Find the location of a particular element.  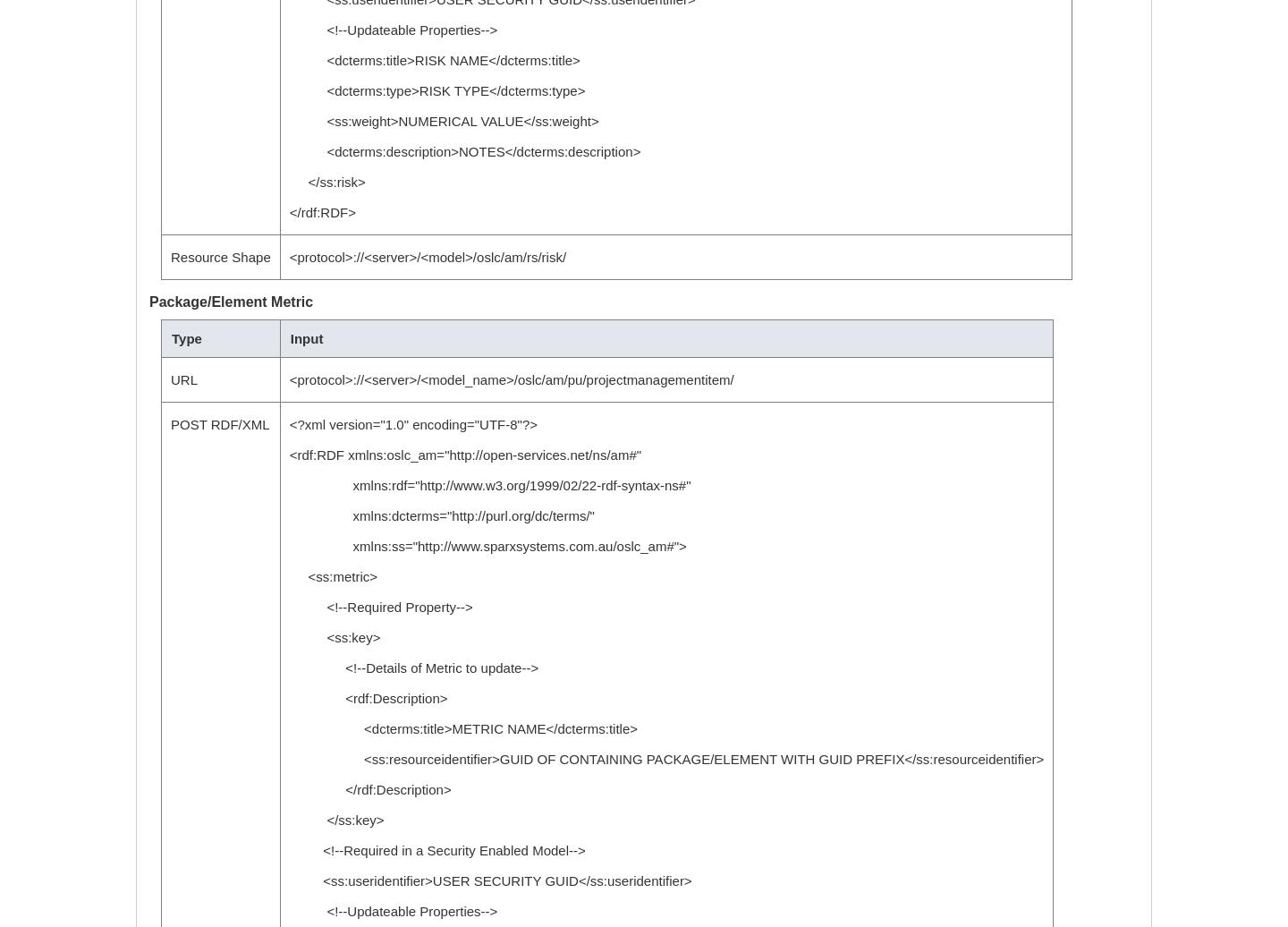

'xmlns:ss="http://www.sparxsystems.com.au/oslc_am#">' is located at coordinates (288, 546).